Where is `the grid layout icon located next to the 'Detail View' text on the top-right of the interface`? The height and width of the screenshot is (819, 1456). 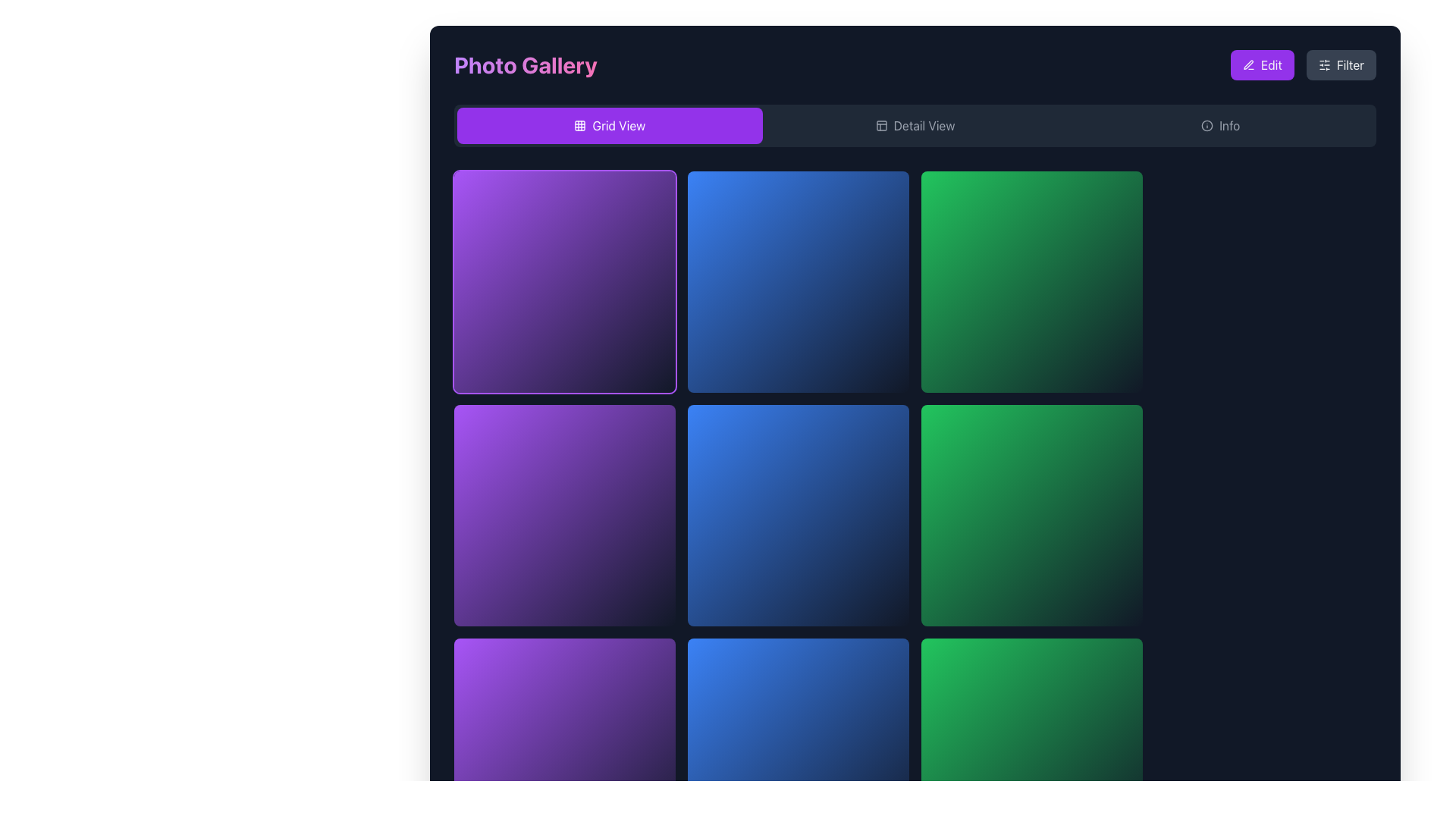 the grid layout icon located next to the 'Detail View' text on the top-right of the interface is located at coordinates (881, 124).